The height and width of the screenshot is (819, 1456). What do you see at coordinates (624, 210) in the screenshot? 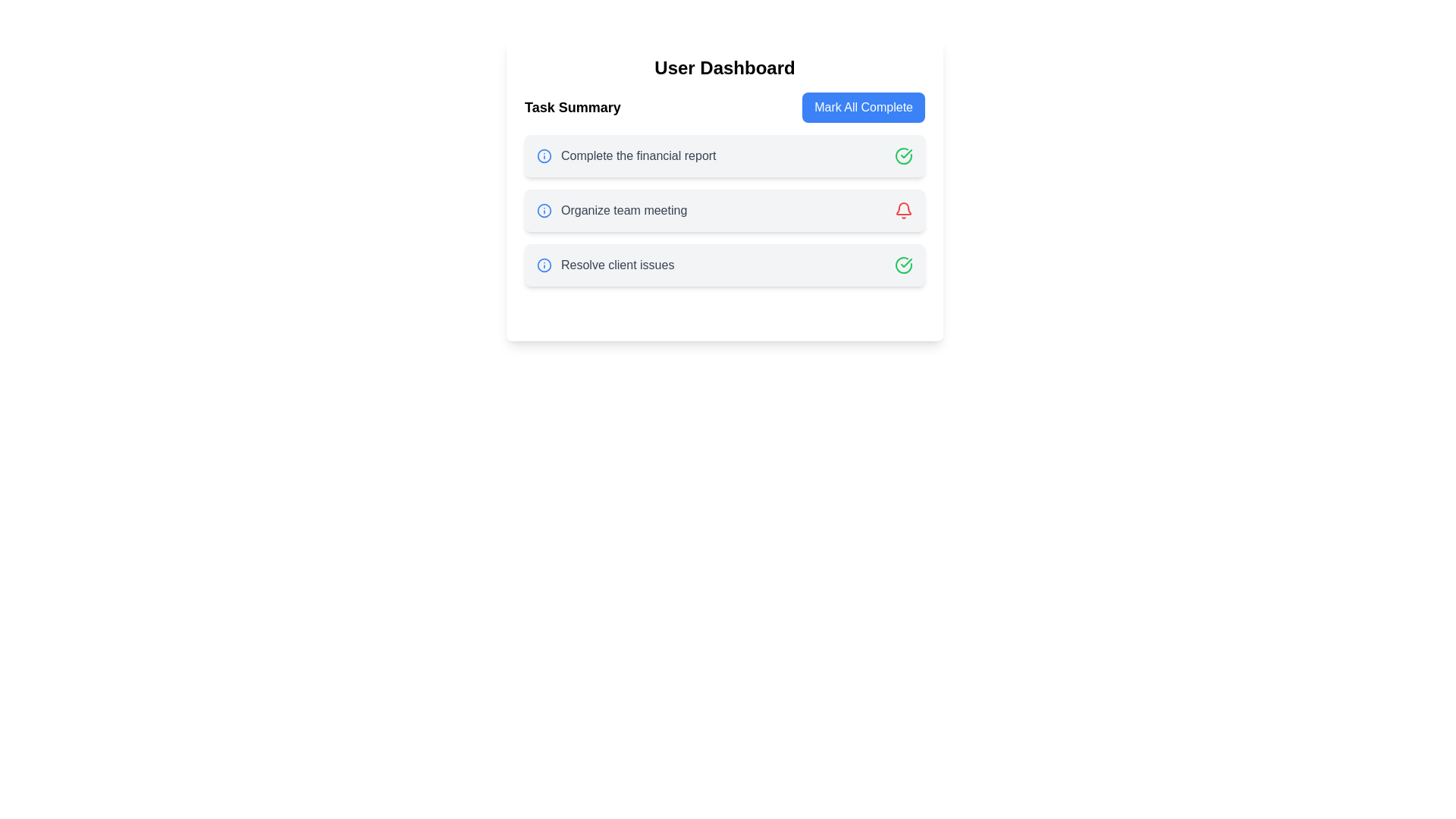
I see `text label that displays 'Organize team meeting', located in the second row of the task list in the 'Task Summary' section` at bounding box center [624, 210].